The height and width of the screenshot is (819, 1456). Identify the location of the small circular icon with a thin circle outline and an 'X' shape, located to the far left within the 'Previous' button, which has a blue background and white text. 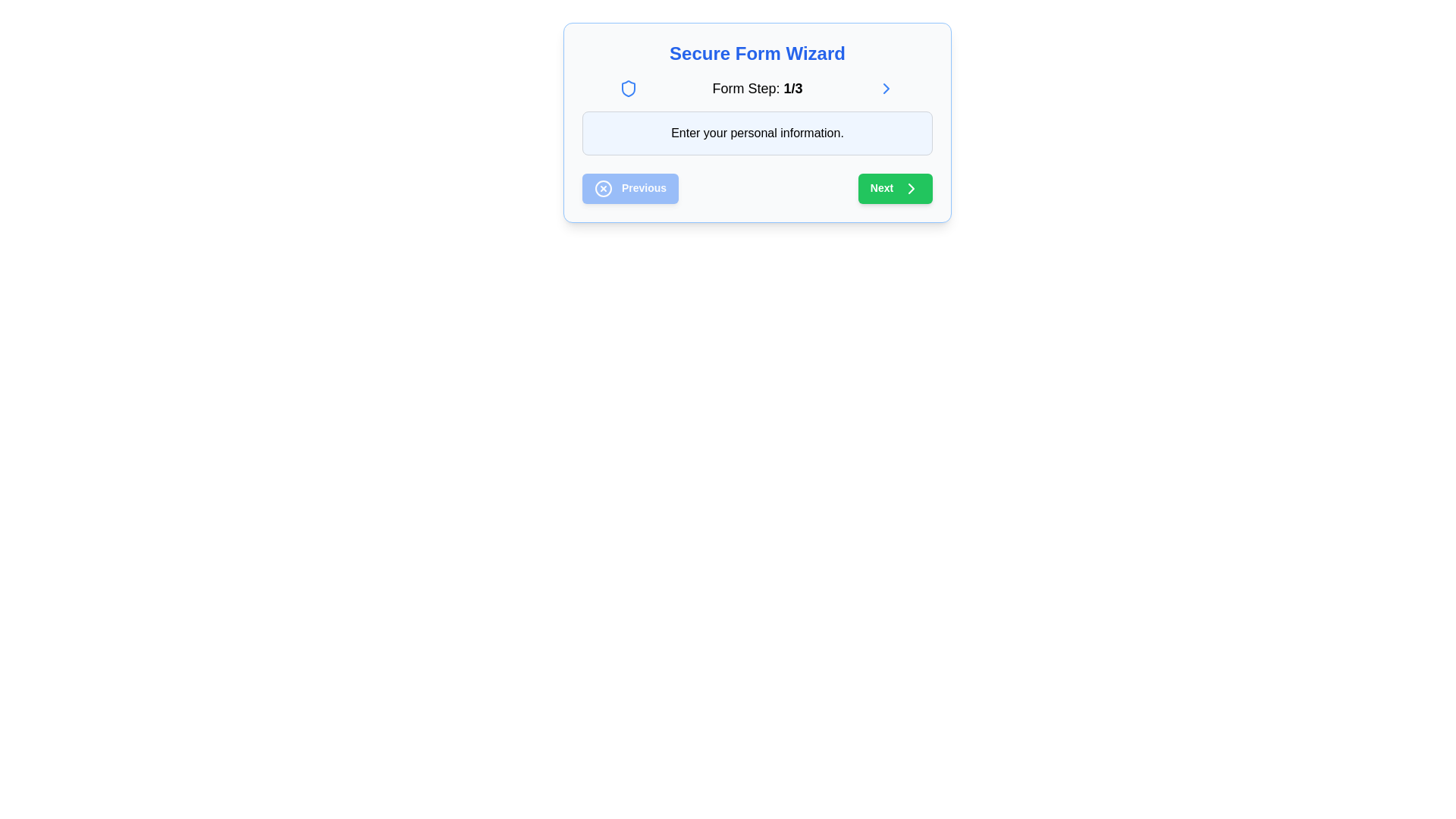
(603, 188).